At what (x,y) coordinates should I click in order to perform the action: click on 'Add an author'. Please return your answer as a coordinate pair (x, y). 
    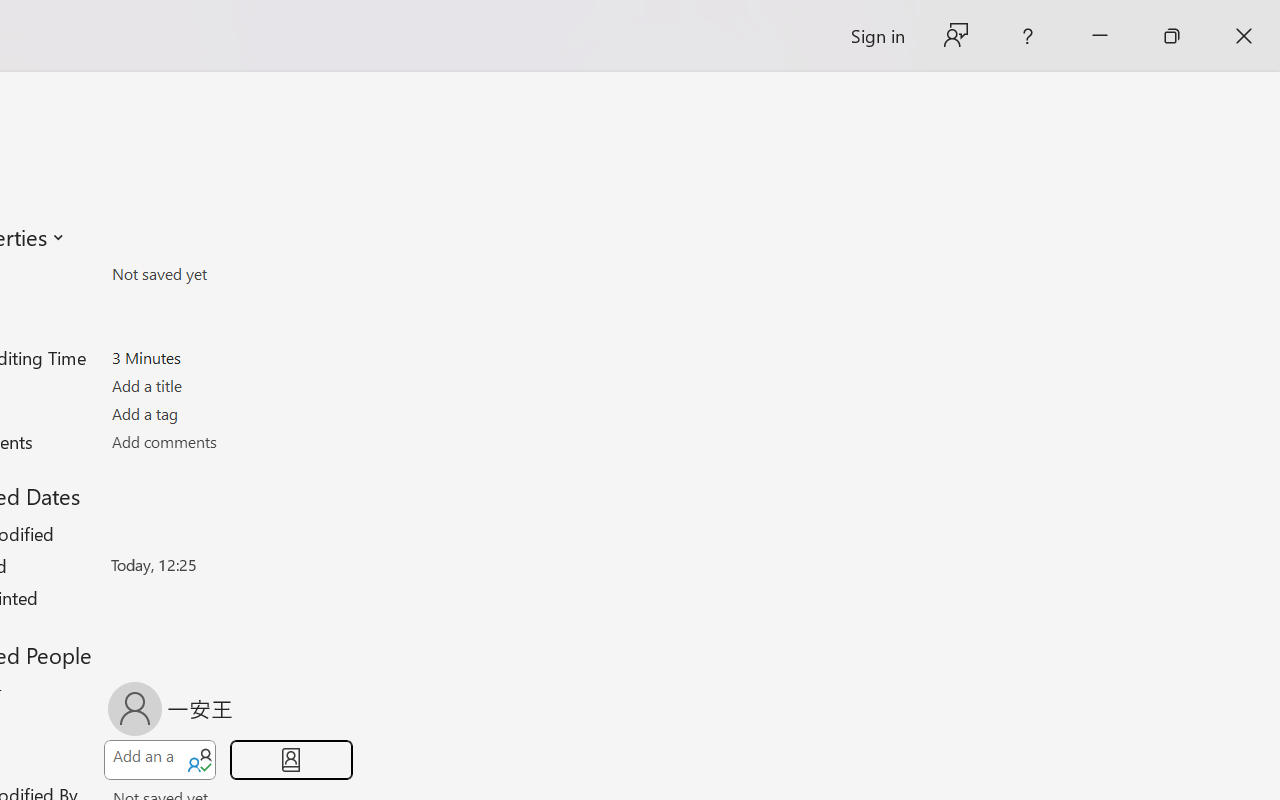
    Looking at the image, I should click on (141, 760).